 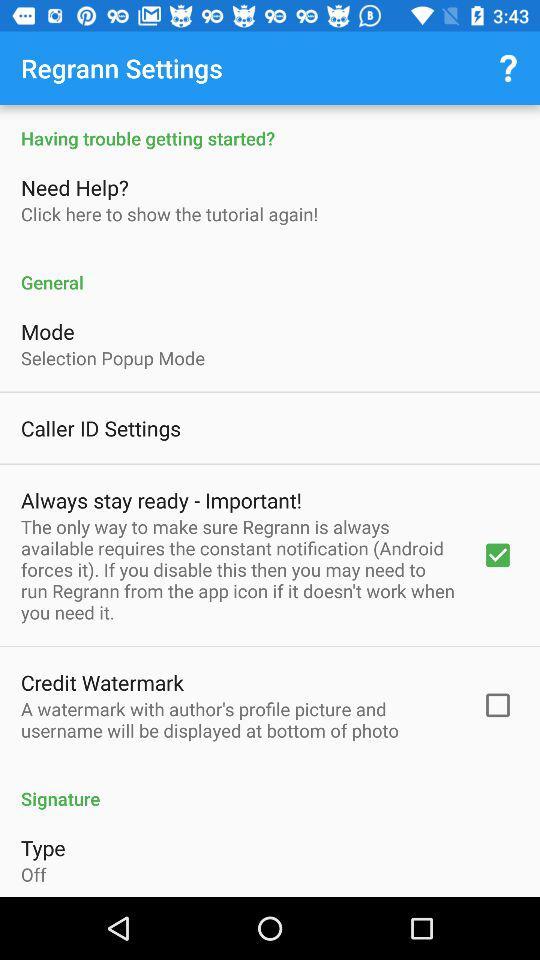 I want to click on the signature icon, so click(x=270, y=788).